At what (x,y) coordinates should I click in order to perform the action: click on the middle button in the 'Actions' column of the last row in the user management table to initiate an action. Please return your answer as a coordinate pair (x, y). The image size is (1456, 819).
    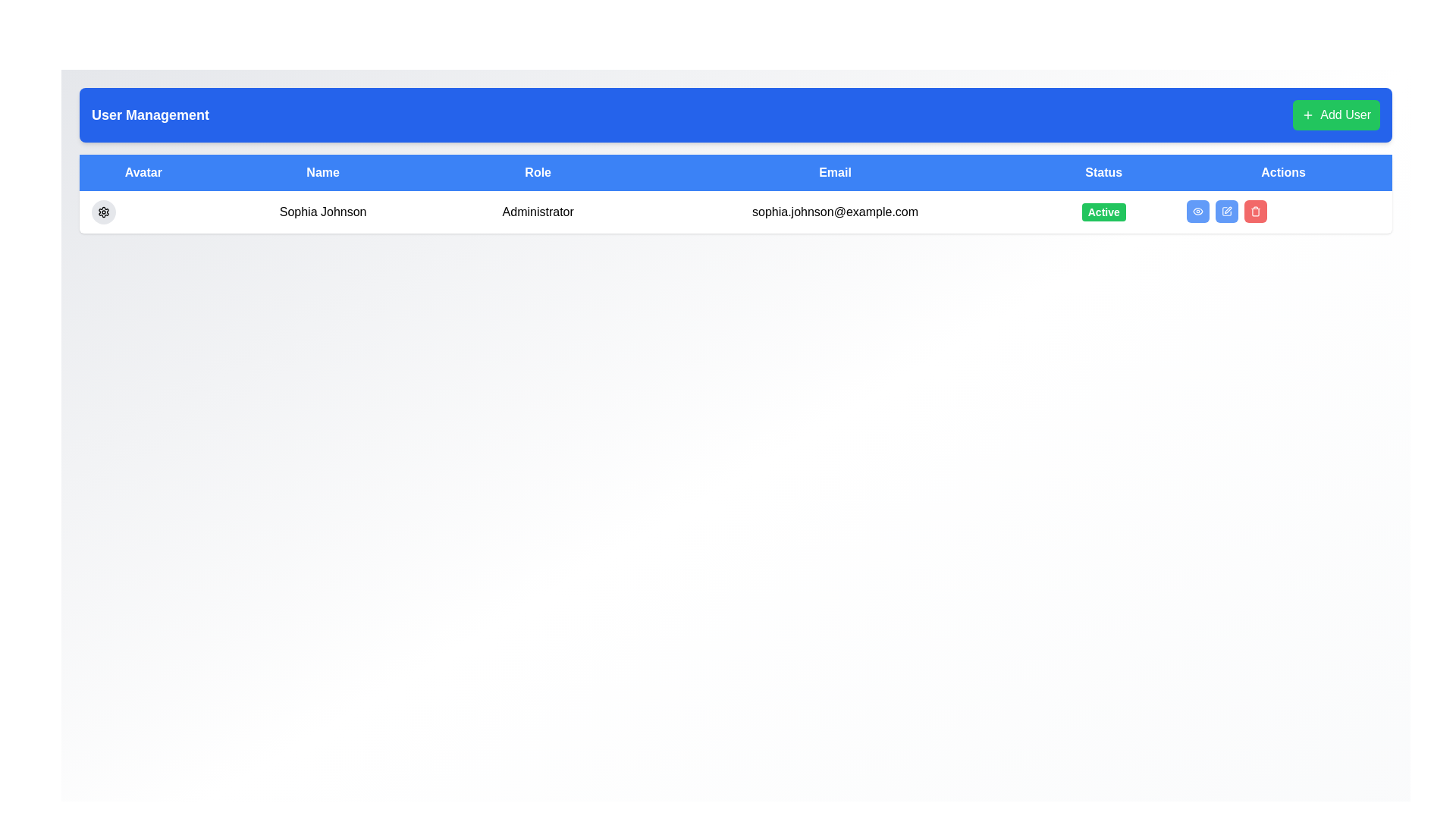
    Looking at the image, I should click on (1227, 211).